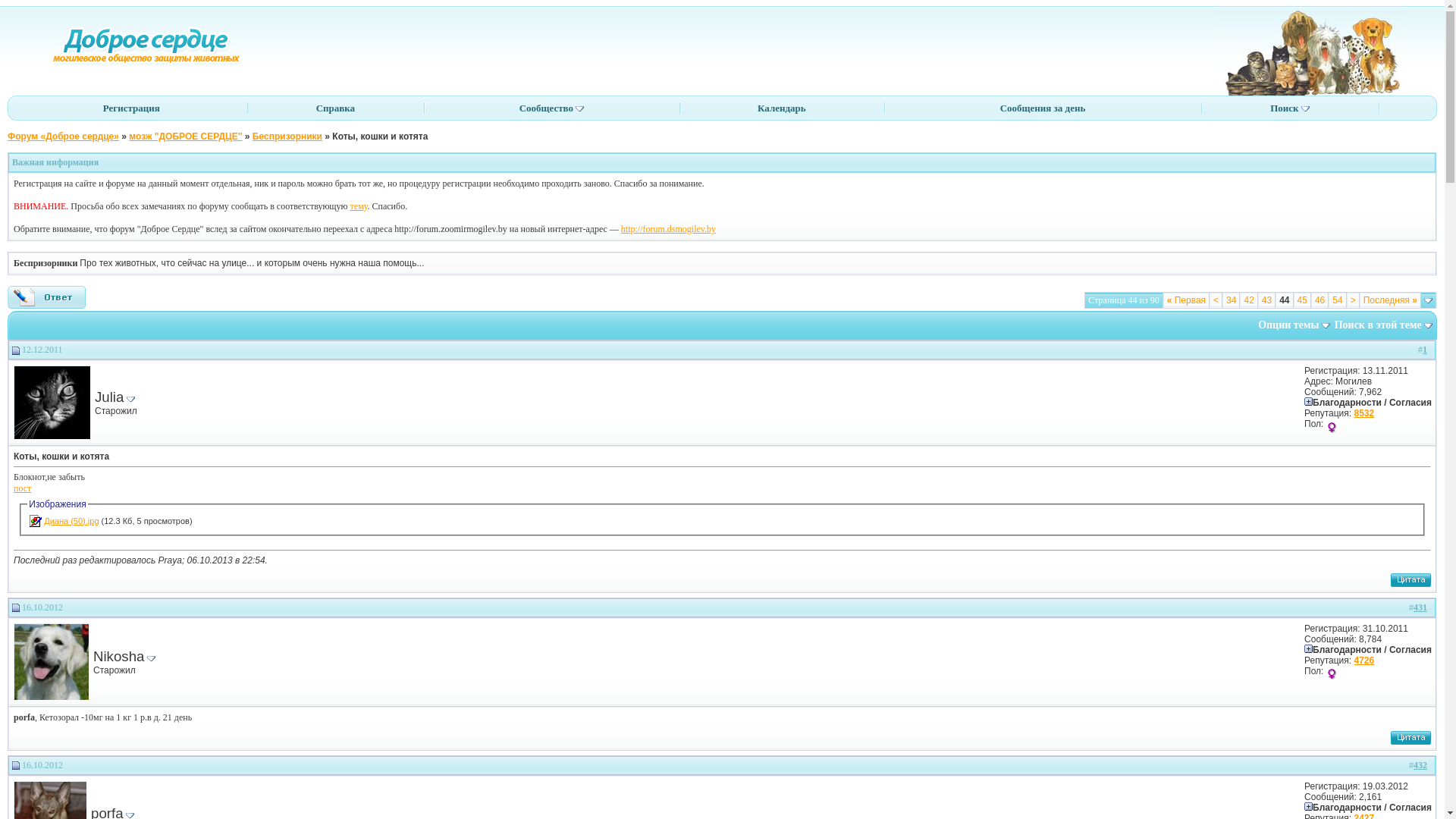 Image resolution: width=1456 pixels, height=819 pixels. Describe the element at coordinates (1423, 350) in the screenshot. I see `'1'` at that location.